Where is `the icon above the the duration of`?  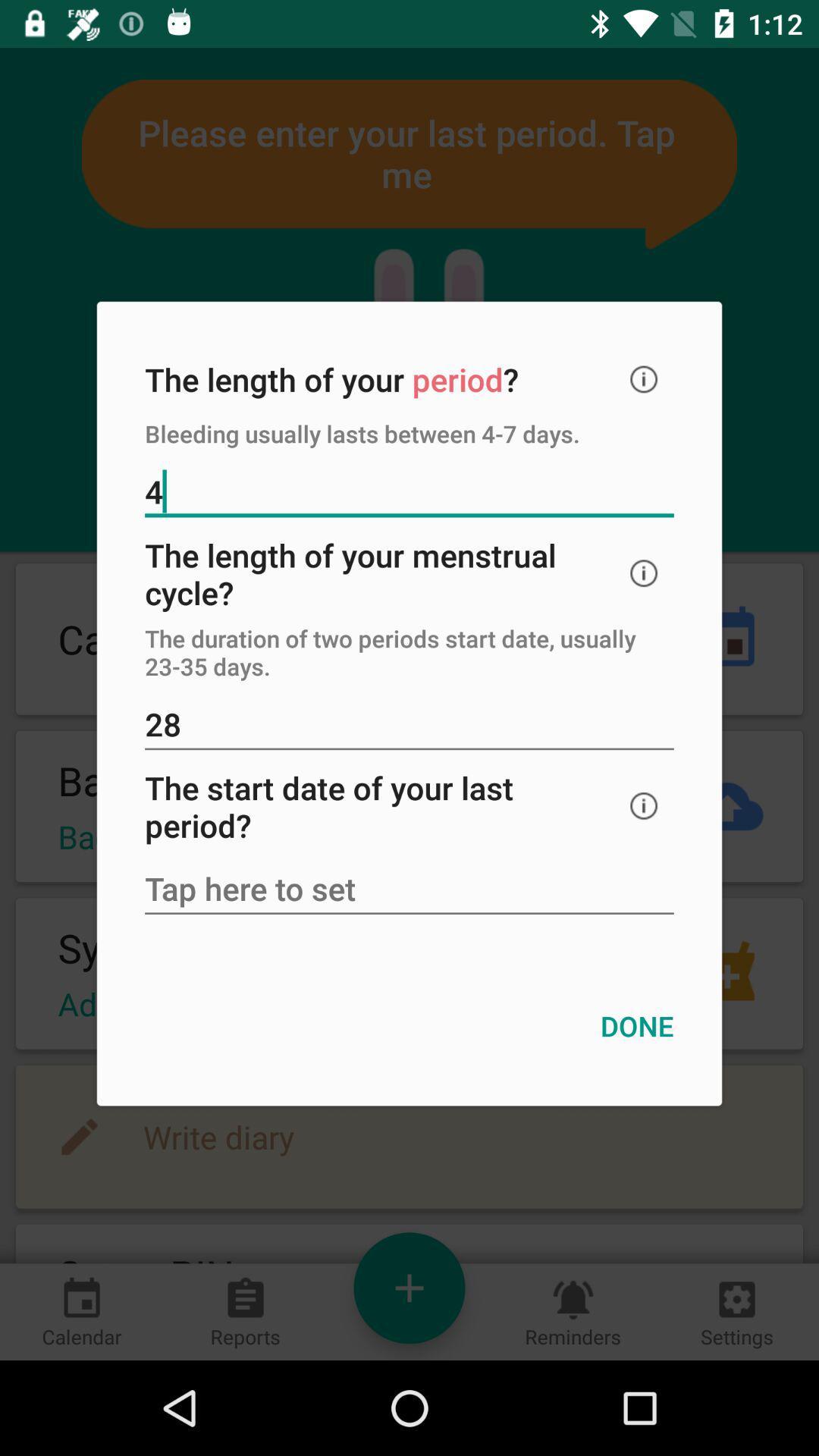
the icon above the the duration of is located at coordinates (644, 573).